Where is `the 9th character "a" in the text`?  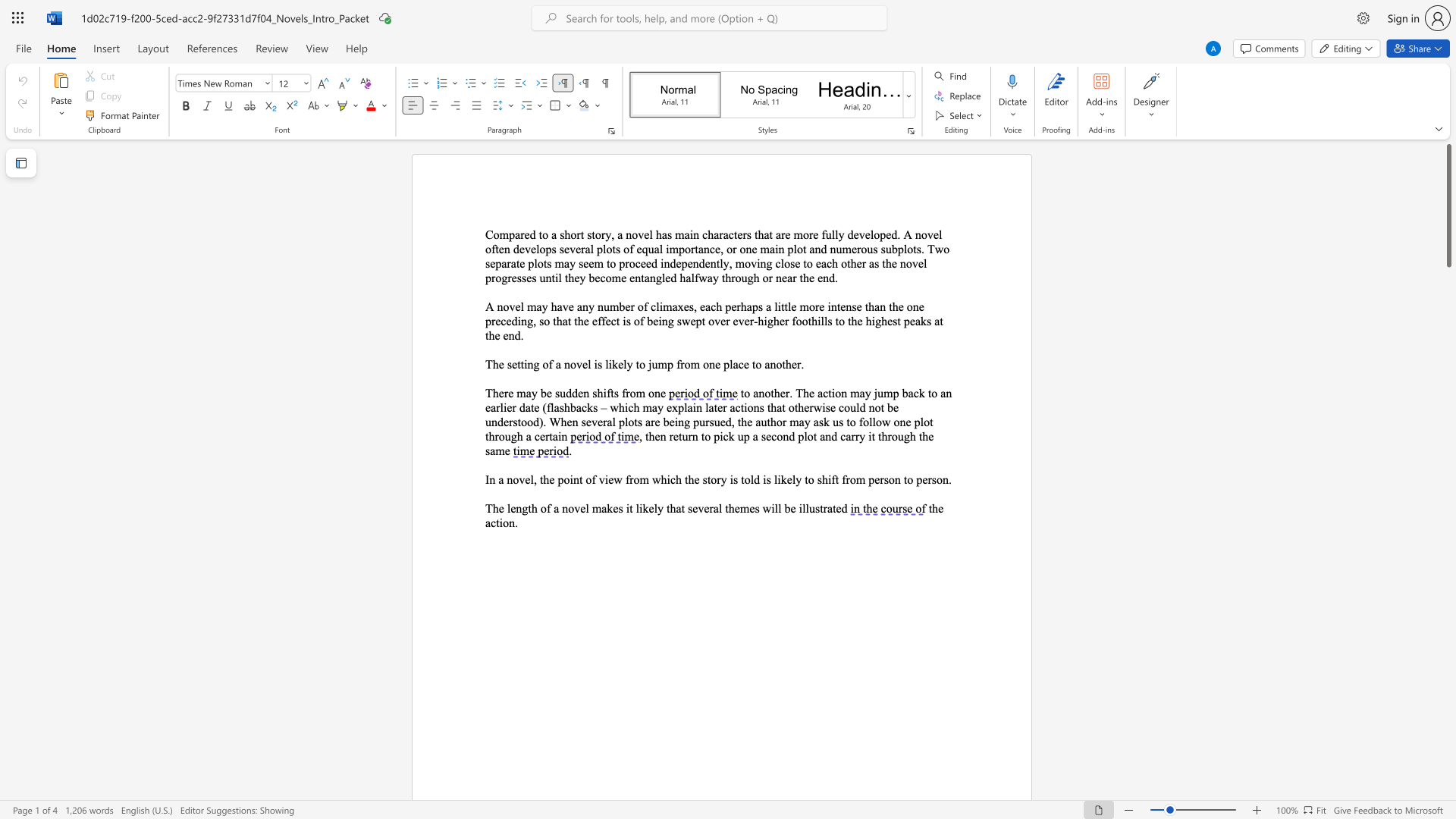
the 9th character "a" in the text is located at coordinates (578, 406).